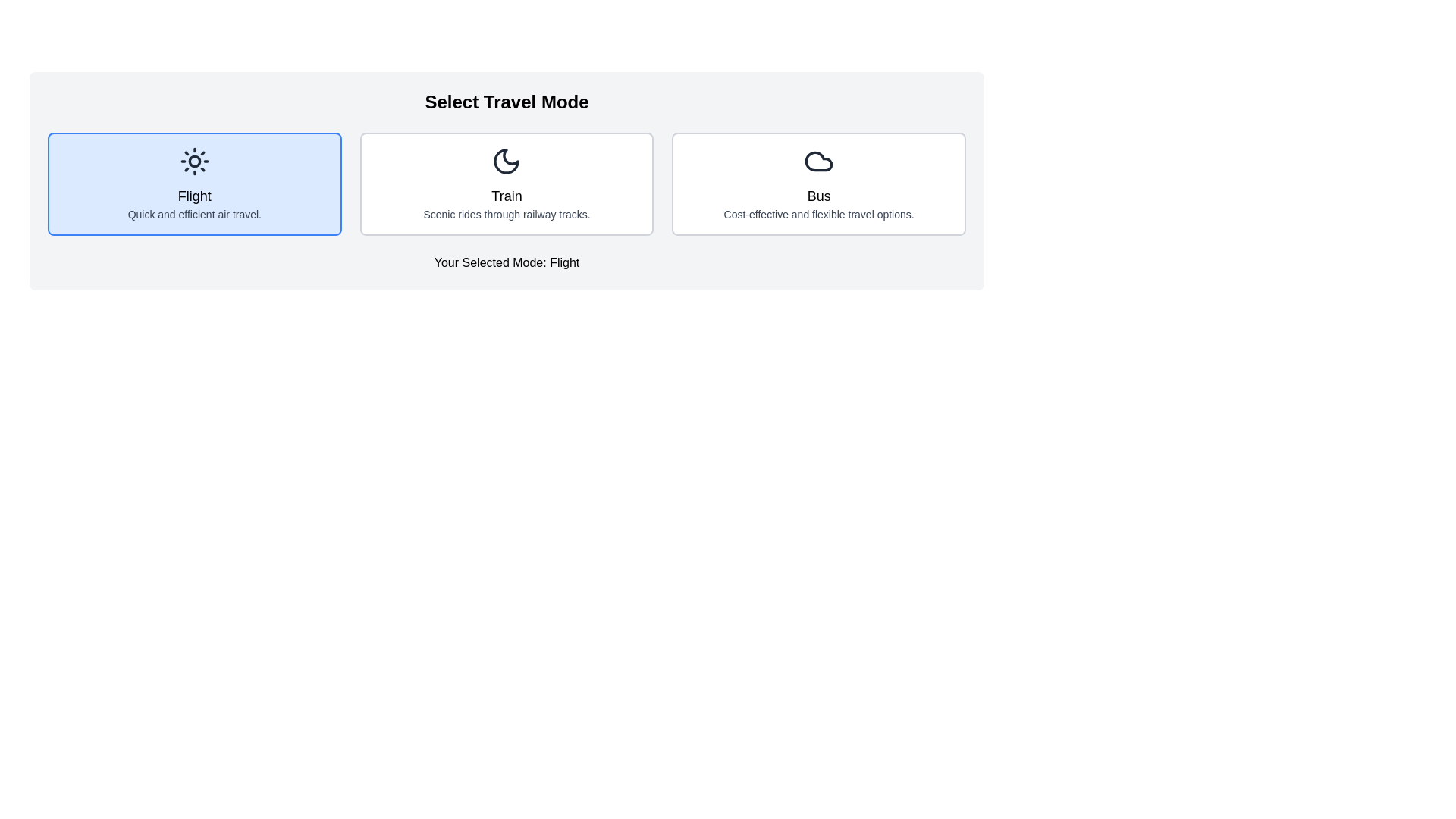 This screenshot has height=819, width=1456. What do you see at coordinates (507, 161) in the screenshot?
I see `the 'Train' button icon located at the center of the button layout above the text label` at bounding box center [507, 161].